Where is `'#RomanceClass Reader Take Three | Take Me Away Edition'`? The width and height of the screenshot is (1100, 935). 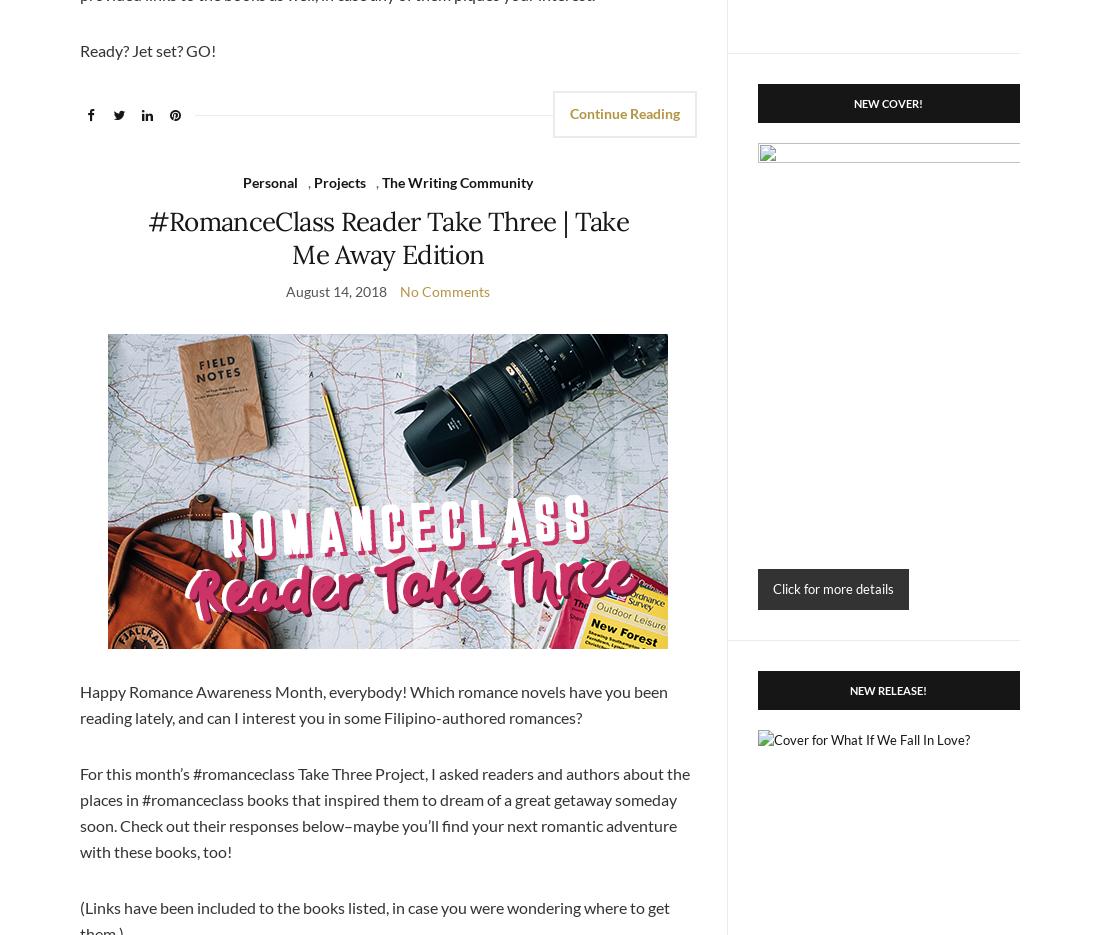 '#RomanceClass Reader Take Three | Take Me Away Edition' is located at coordinates (387, 237).